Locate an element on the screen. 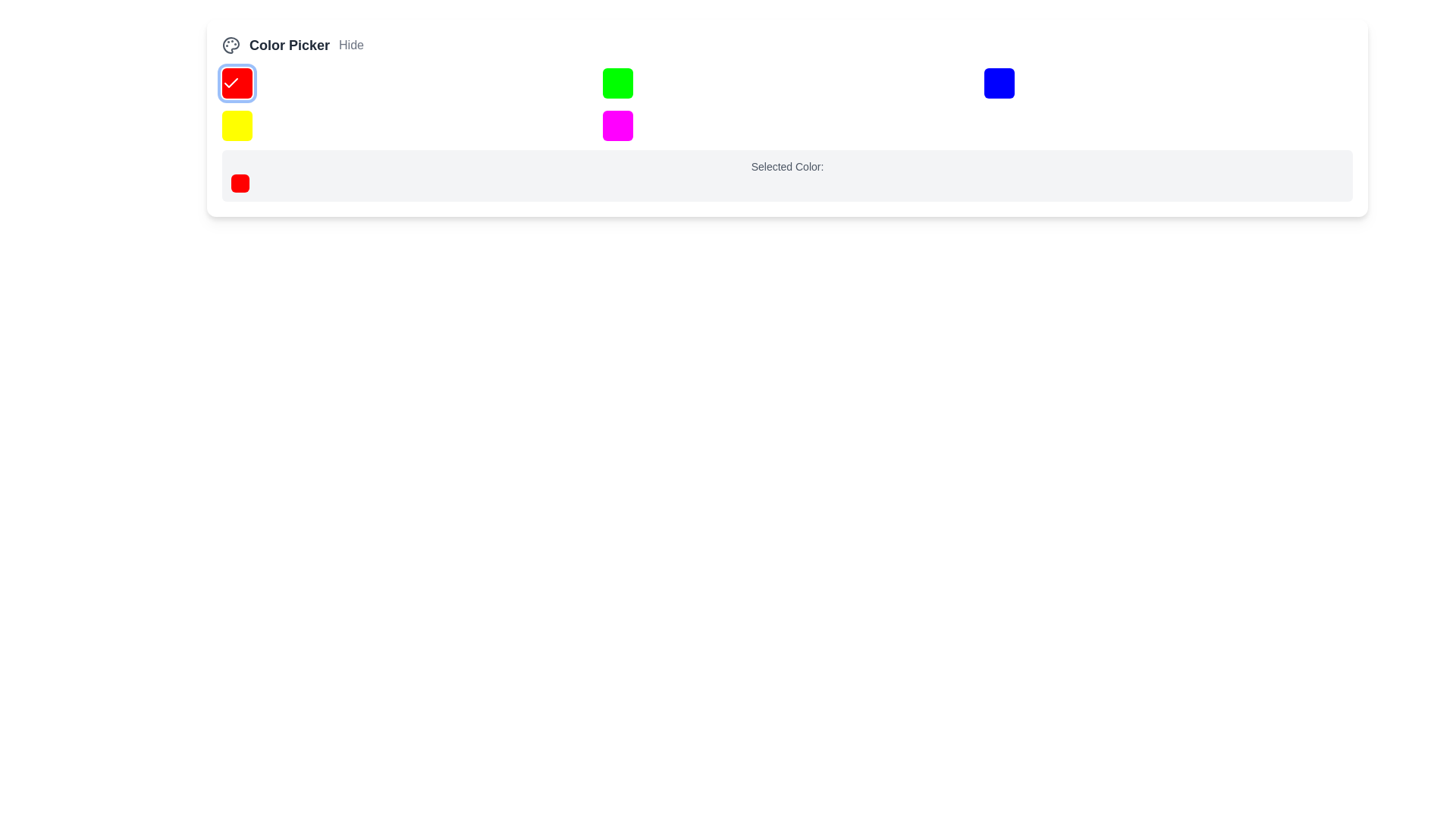 Image resolution: width=1456 pixels, height=819 pixels. the middle square in the first row of the color selector grid is located at coordinates (618, 83).